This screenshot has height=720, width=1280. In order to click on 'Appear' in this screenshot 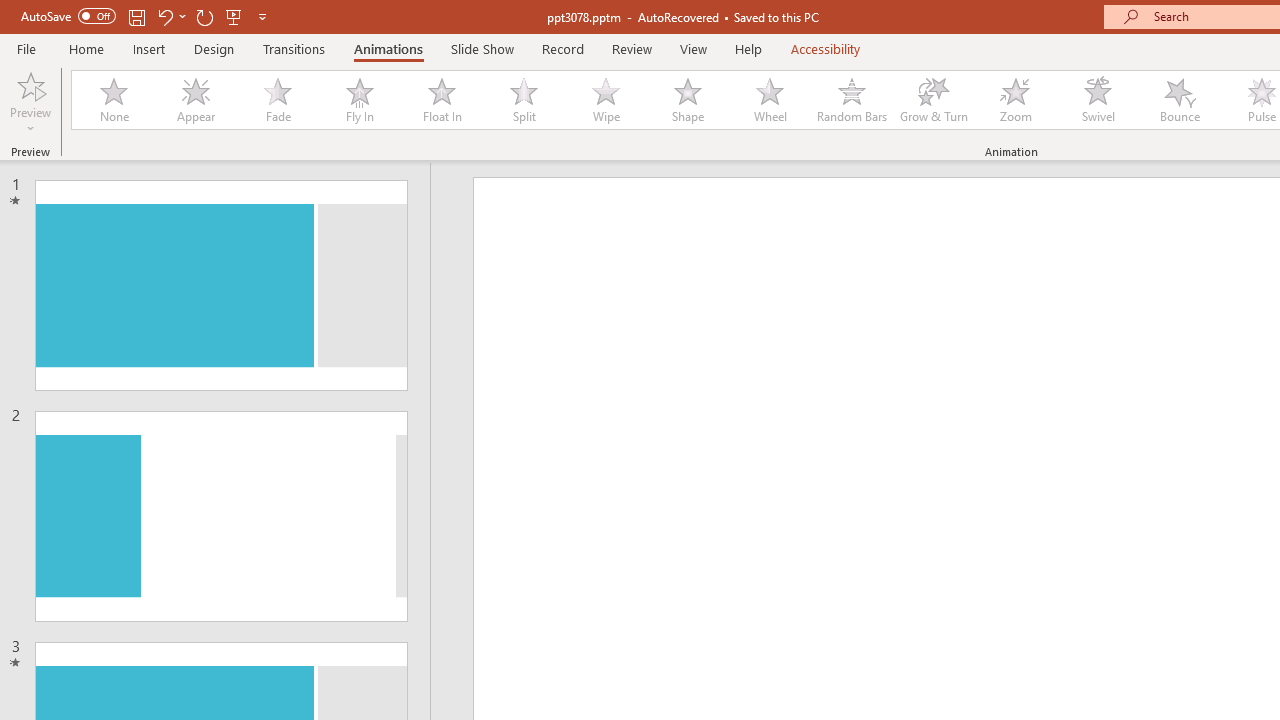, I will do `click(195, 100)`.